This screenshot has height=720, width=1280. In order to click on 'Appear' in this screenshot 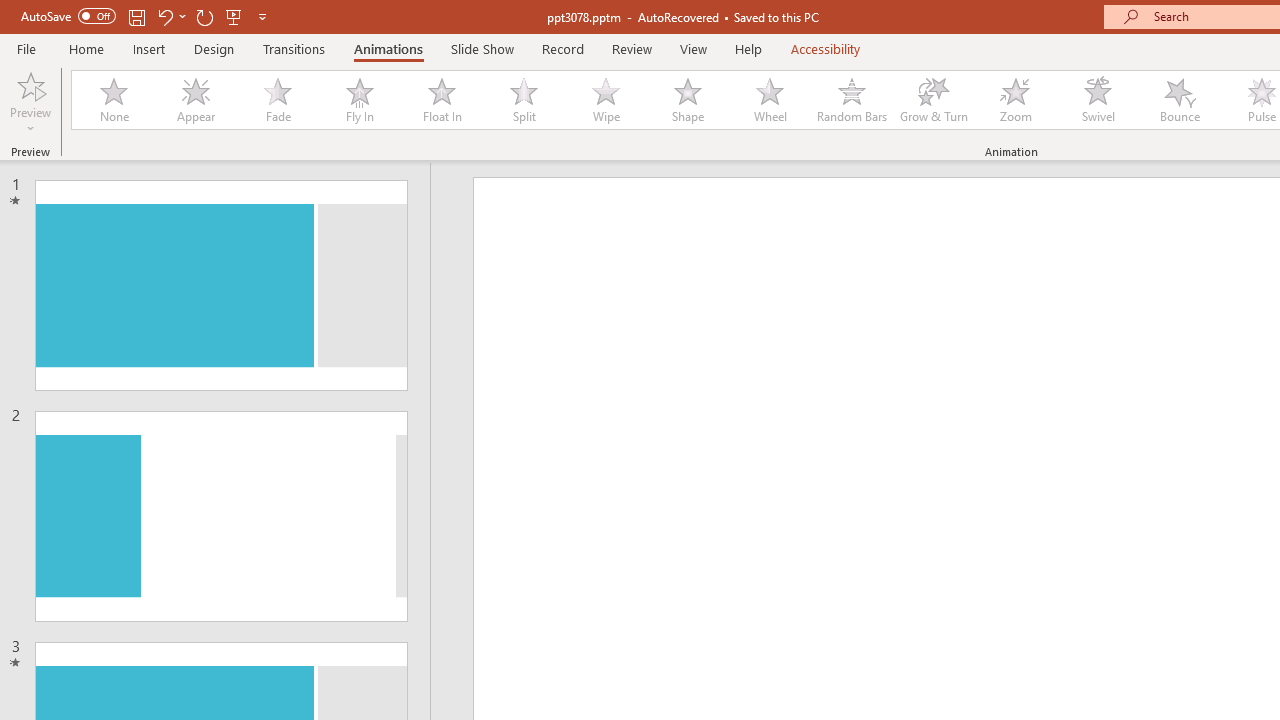, I will do `click(195, 100)`.